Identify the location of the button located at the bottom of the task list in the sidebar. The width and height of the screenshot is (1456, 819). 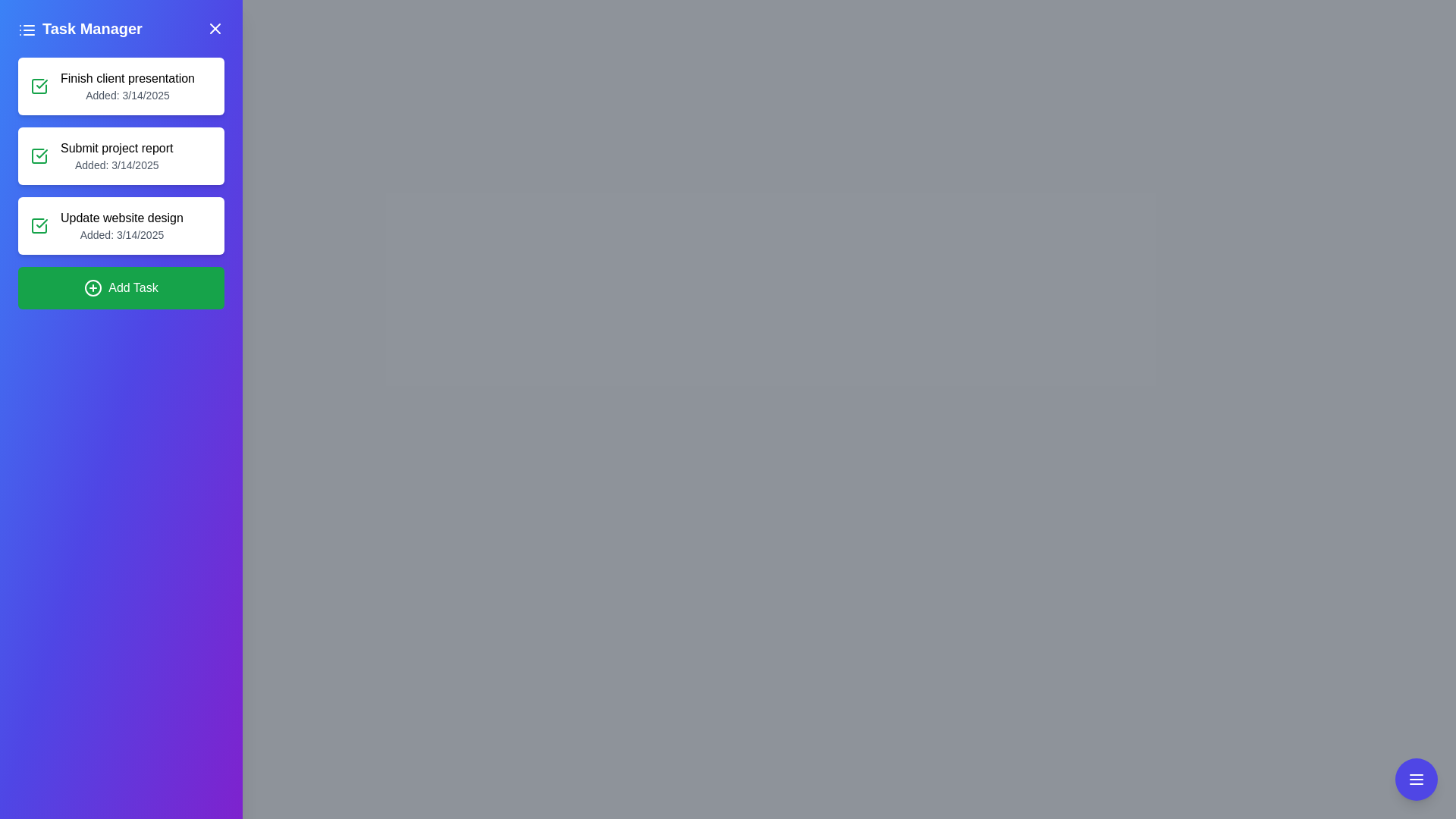
(120, 288).